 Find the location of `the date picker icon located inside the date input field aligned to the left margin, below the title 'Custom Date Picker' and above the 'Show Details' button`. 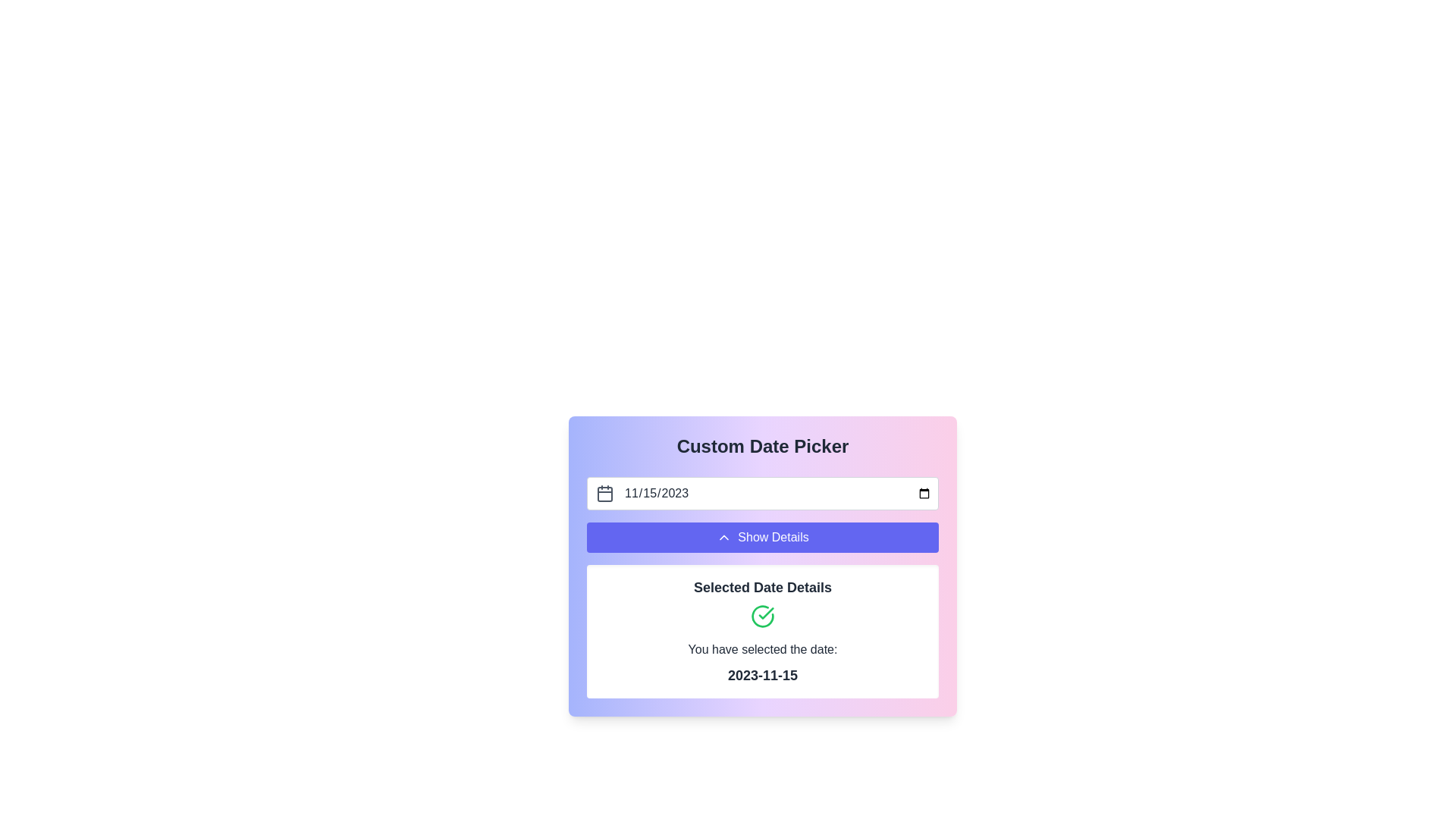

the date picker icon located inside the date input field aligned to the left margin, below the title 'Custom Date Picker' and above the 'Show Details' button is located at coordinates (604, 494).